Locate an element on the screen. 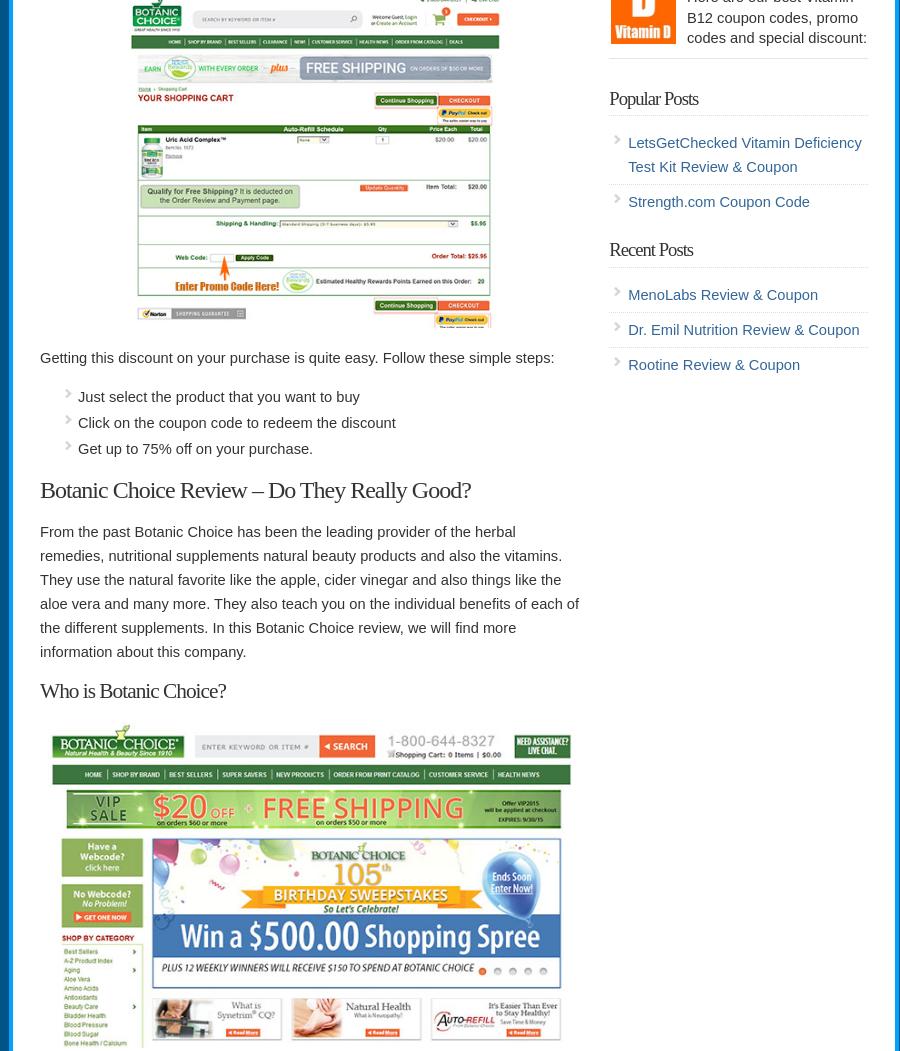 The width and height of the screenshot is (900, 1051). 'Click on the coupon code to redeem the discount' is located at coordinates (235, 423).